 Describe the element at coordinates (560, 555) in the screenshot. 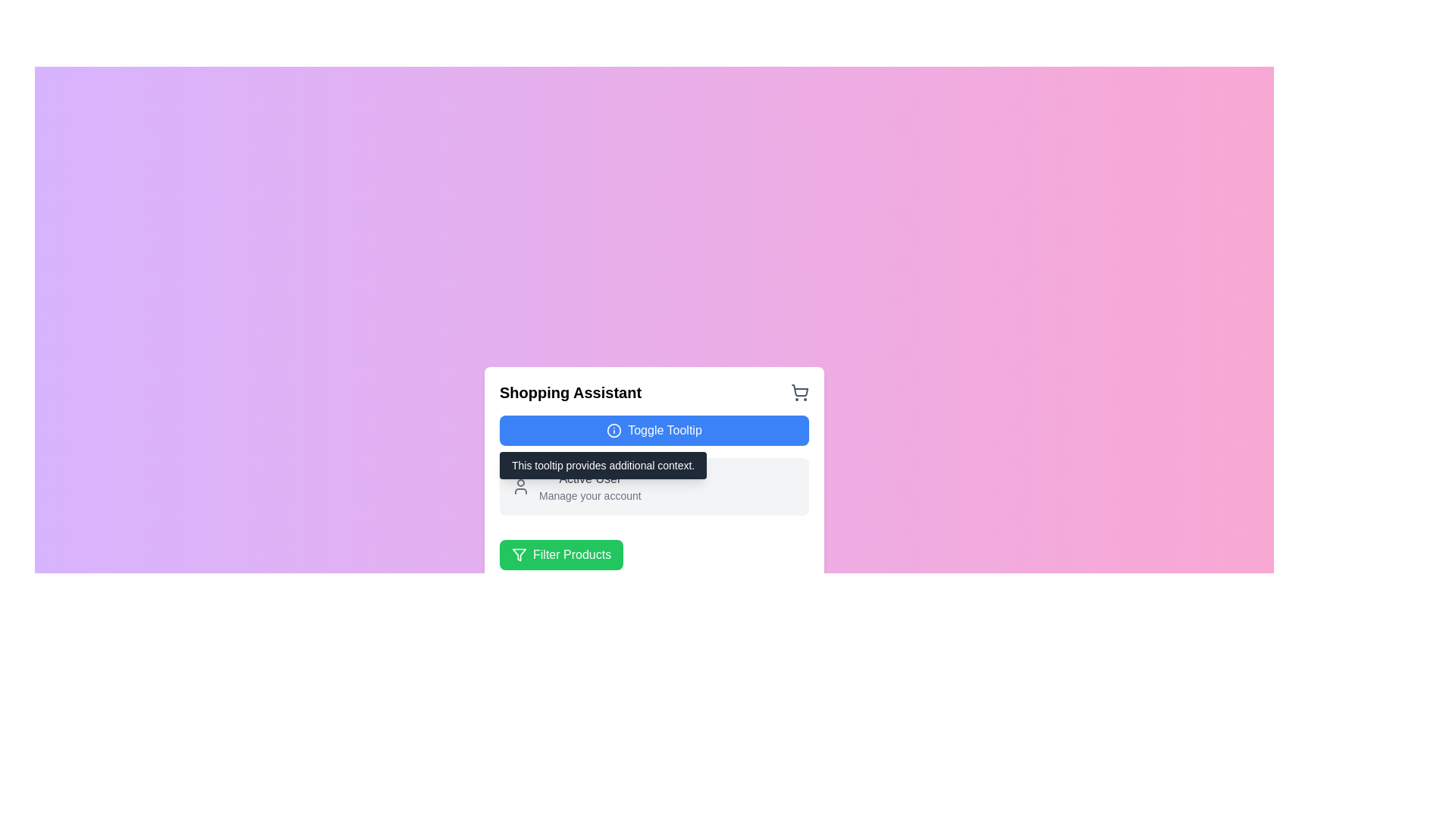

I see `the green button labeled 'Filter Products' with a white filter icon` at that location.